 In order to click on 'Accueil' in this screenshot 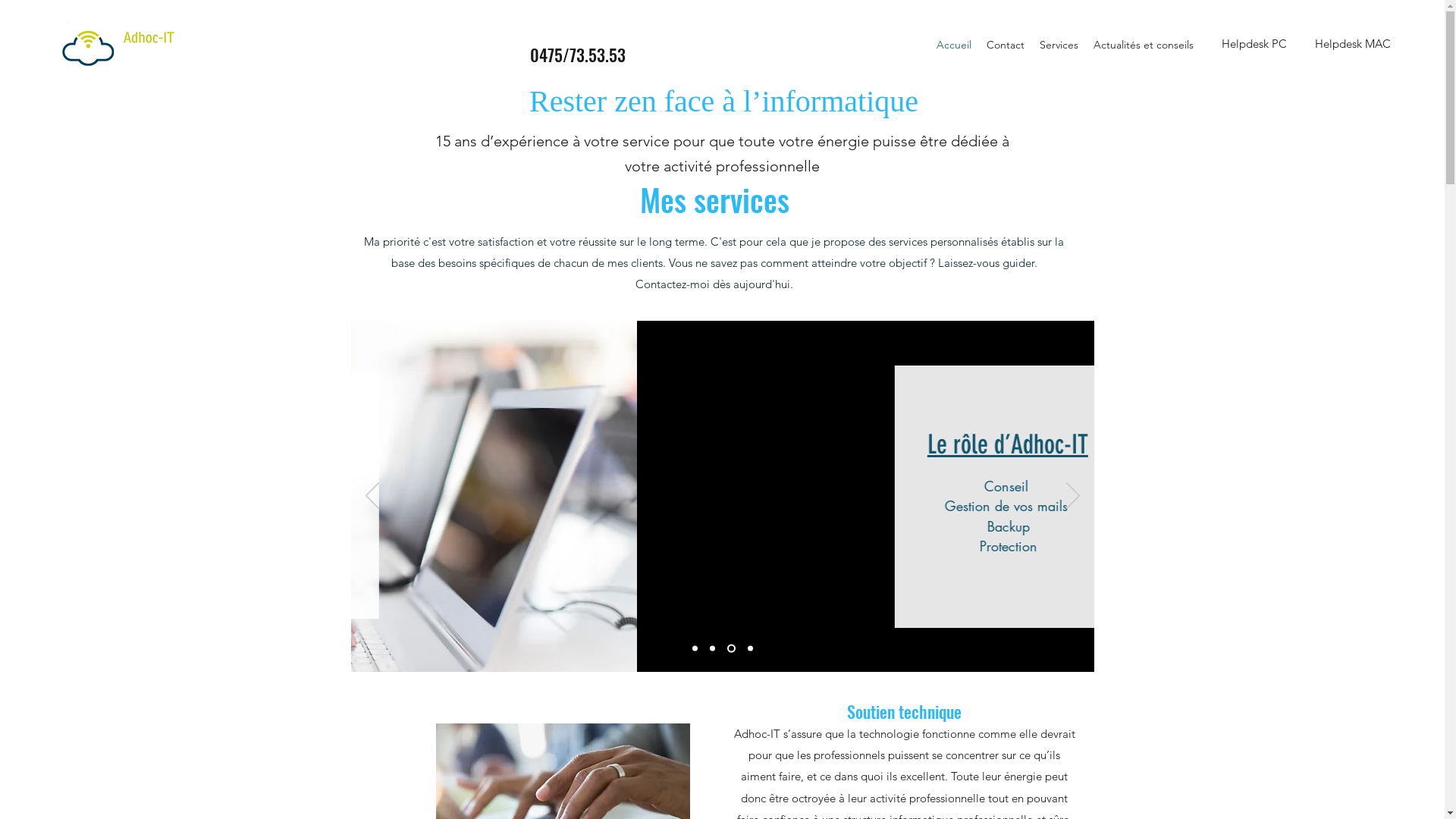, I will do `click(927, 43)`.